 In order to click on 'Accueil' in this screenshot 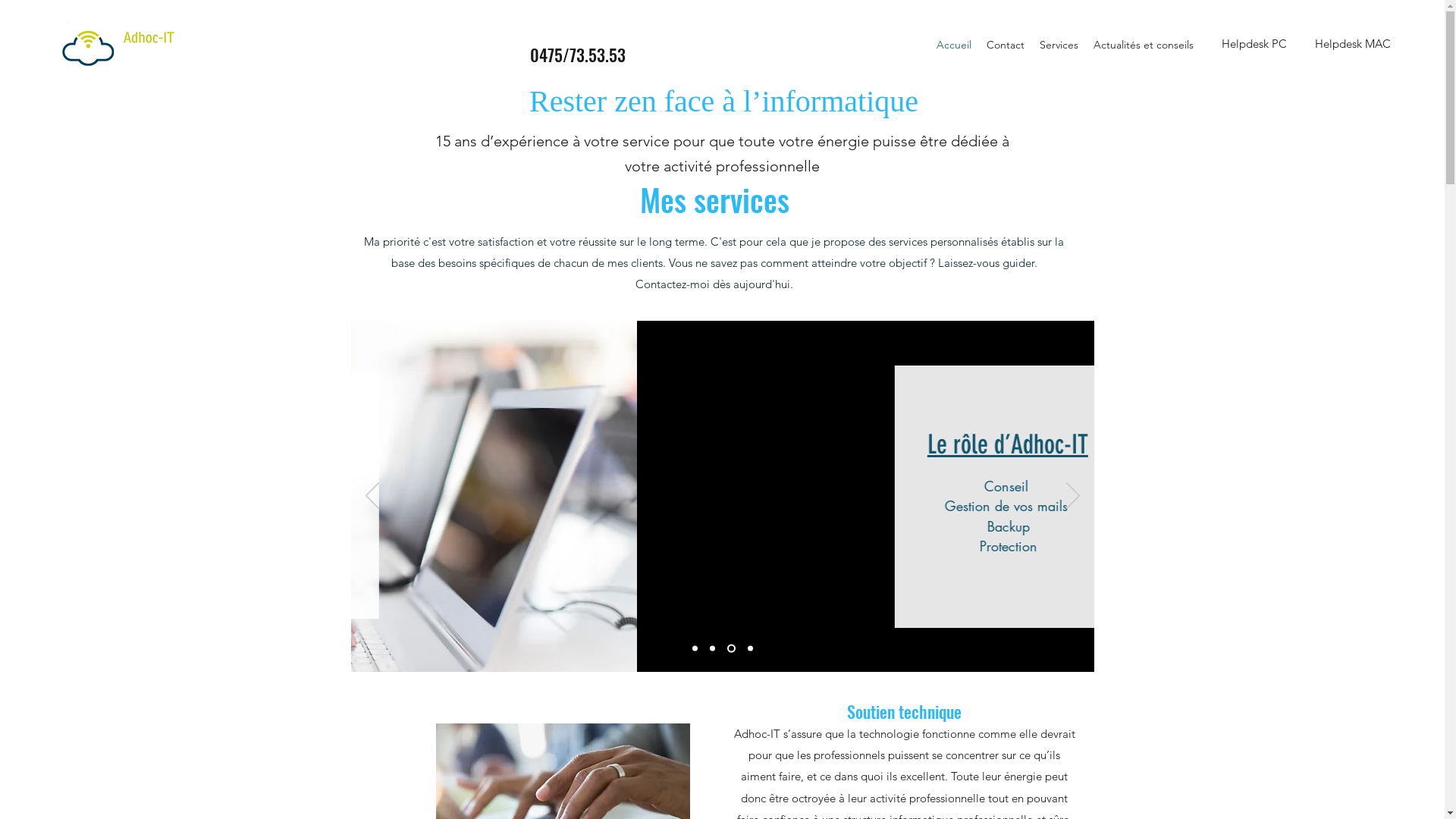, I will do `click(927, 43)`.